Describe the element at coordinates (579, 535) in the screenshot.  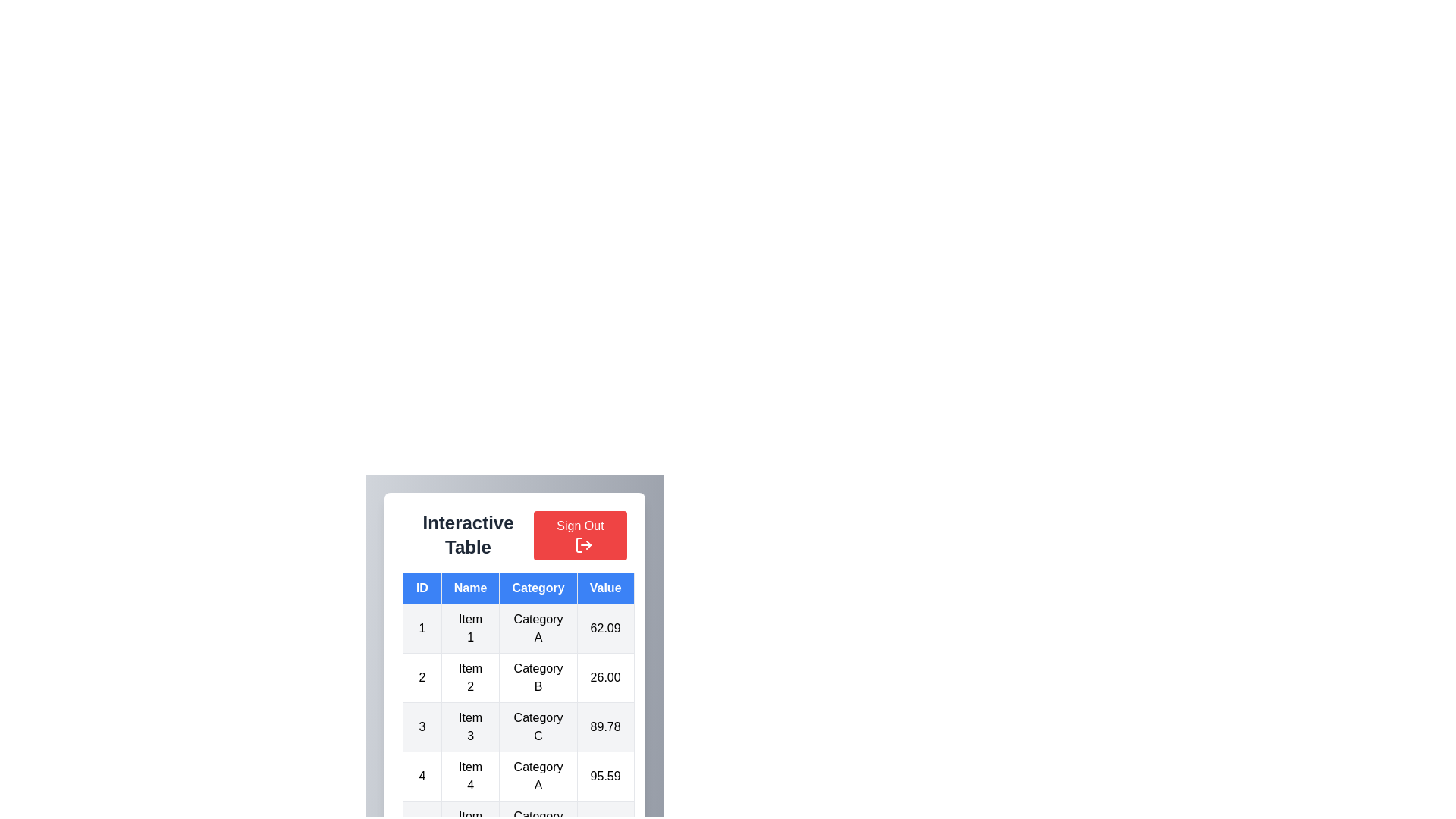
I see `'Sign Out' button` at that location.